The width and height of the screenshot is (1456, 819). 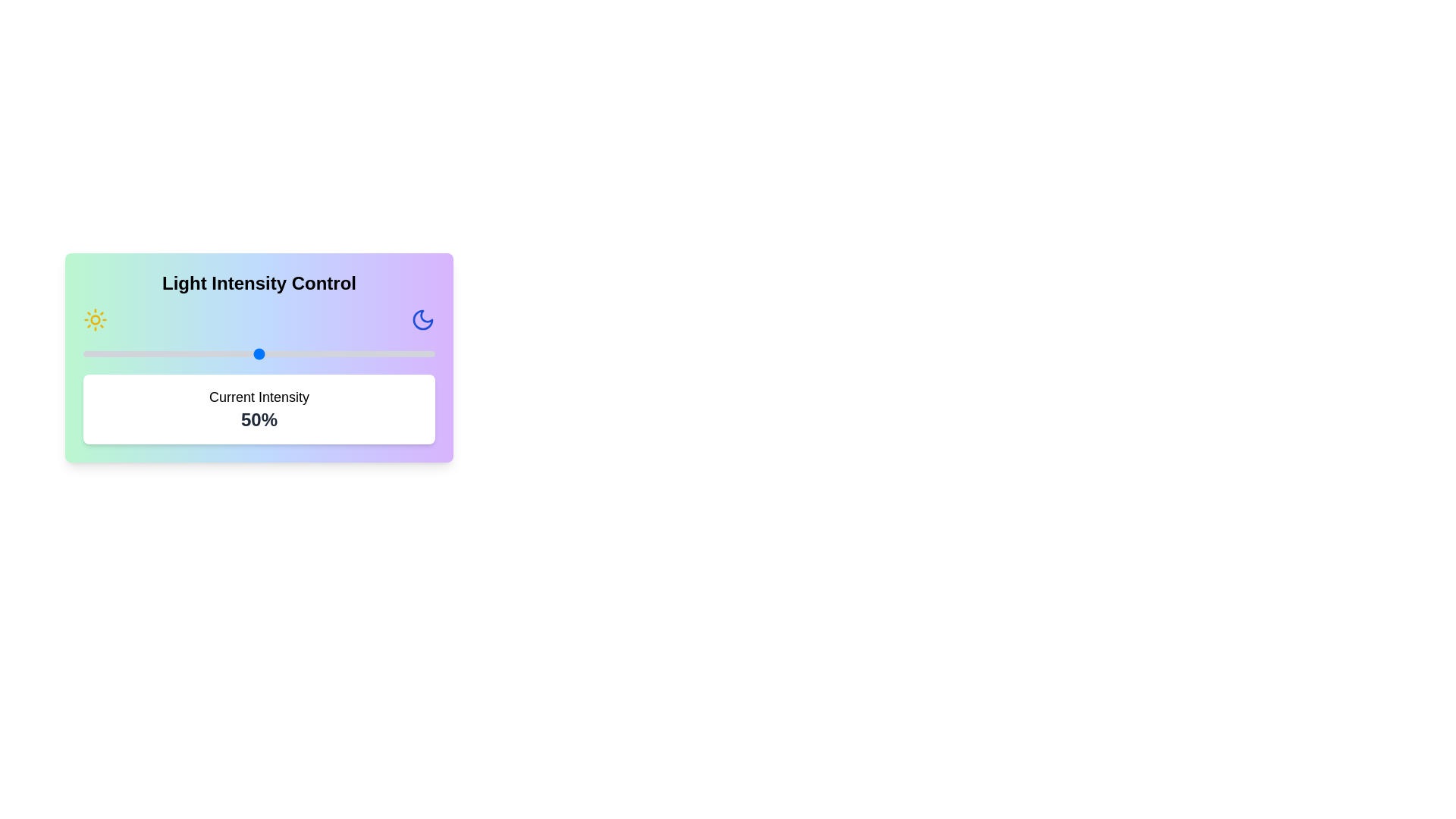 What do you see at coordinates (304, 353) in the screenshot?
I see `the light intensity` at bounding box center [304, 353].